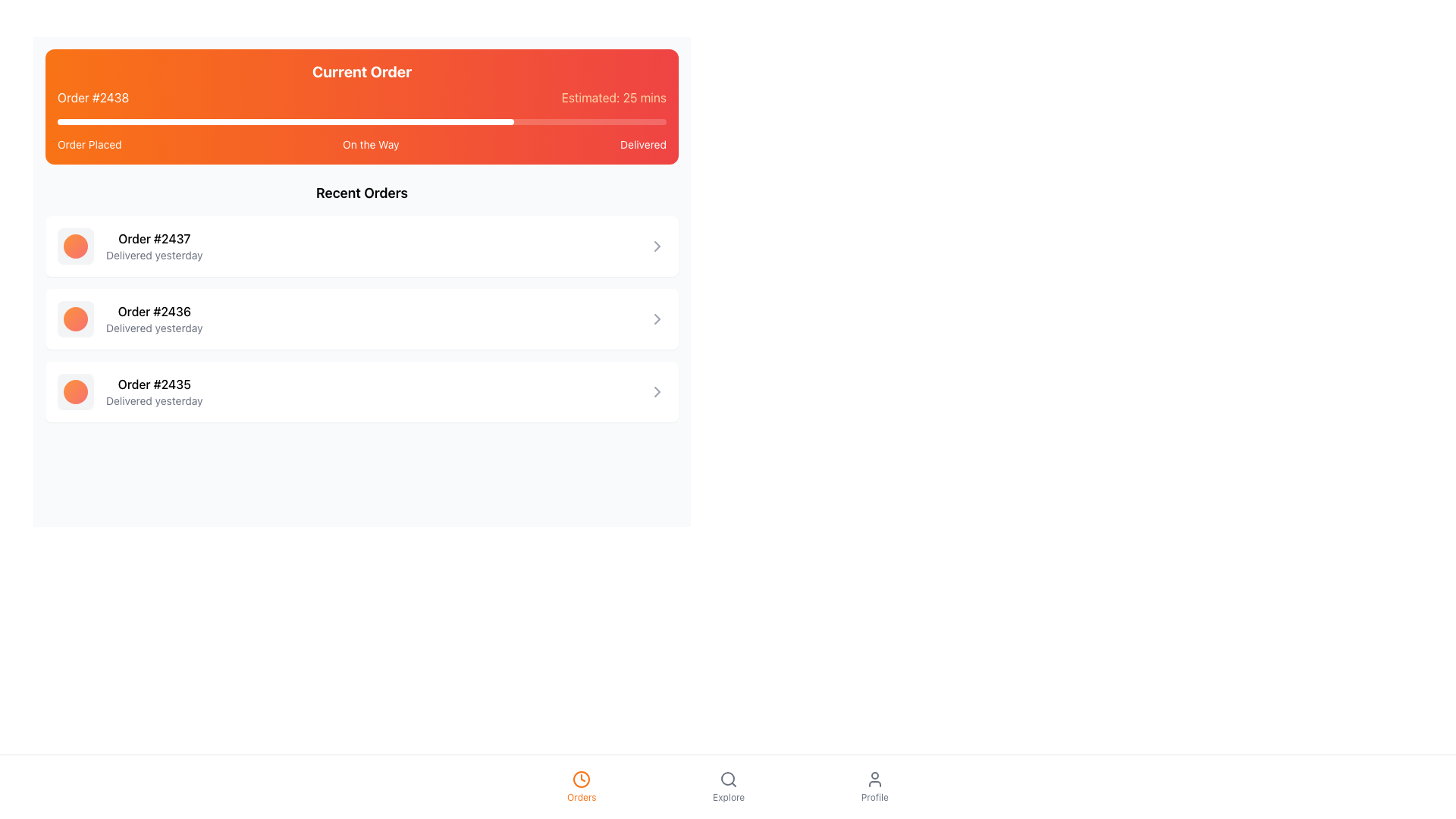 Image resolution: width=1456 pixels, height=819 pixels. What do you see at coordinates (361, 119) in the screenshot?
I see `the central segment of the 'Current Order' section in the Progress tracker, which visually represents the ongoing order's status and estimated delivery time` at bounding box center [361, 119].